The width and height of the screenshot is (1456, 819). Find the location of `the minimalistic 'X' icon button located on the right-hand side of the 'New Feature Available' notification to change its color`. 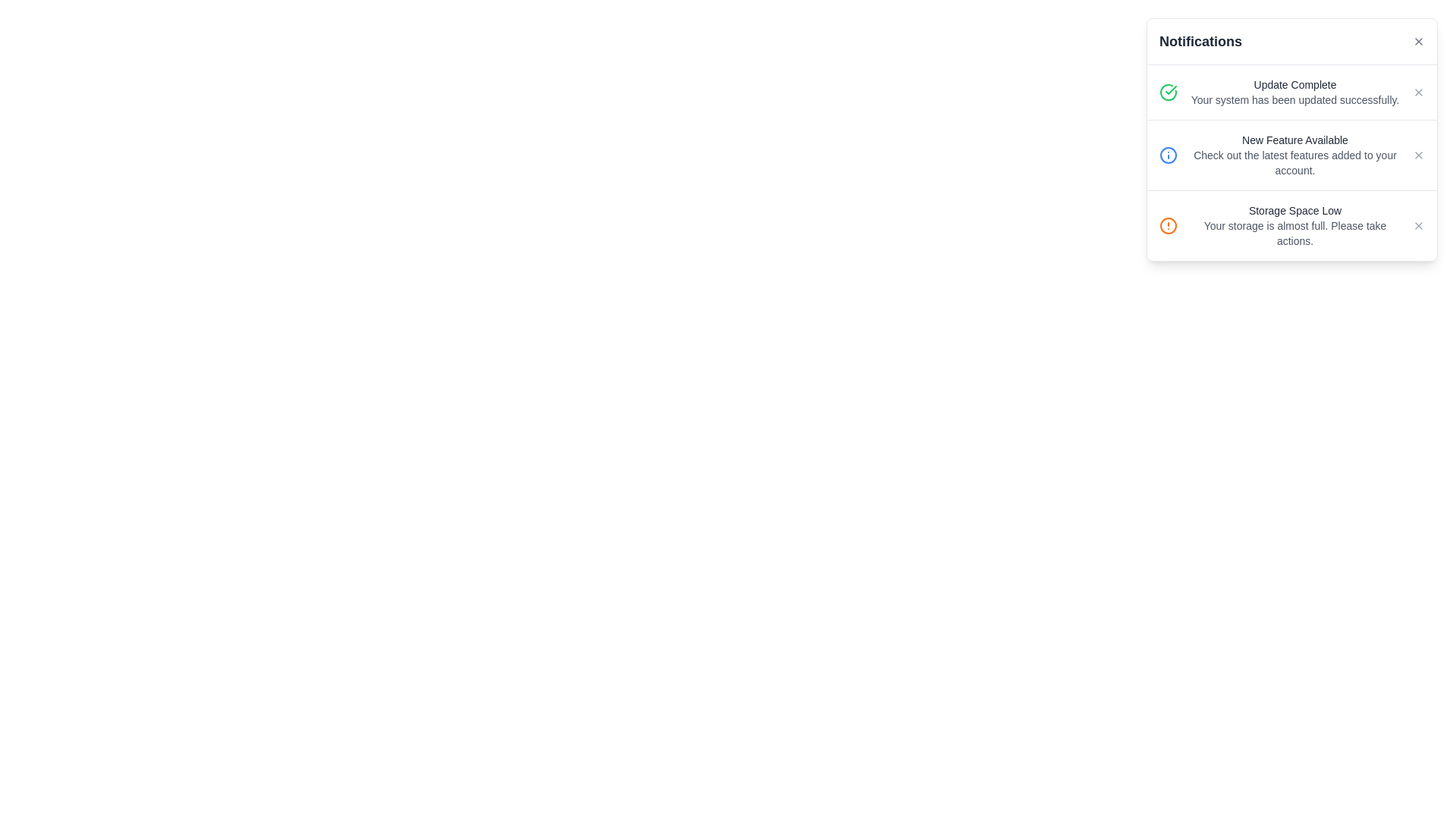

the minimalistic 'X' icon button located on the right-hand side of the 'New Feature Available' notification to change its color is located at coordinates (1418, 155).